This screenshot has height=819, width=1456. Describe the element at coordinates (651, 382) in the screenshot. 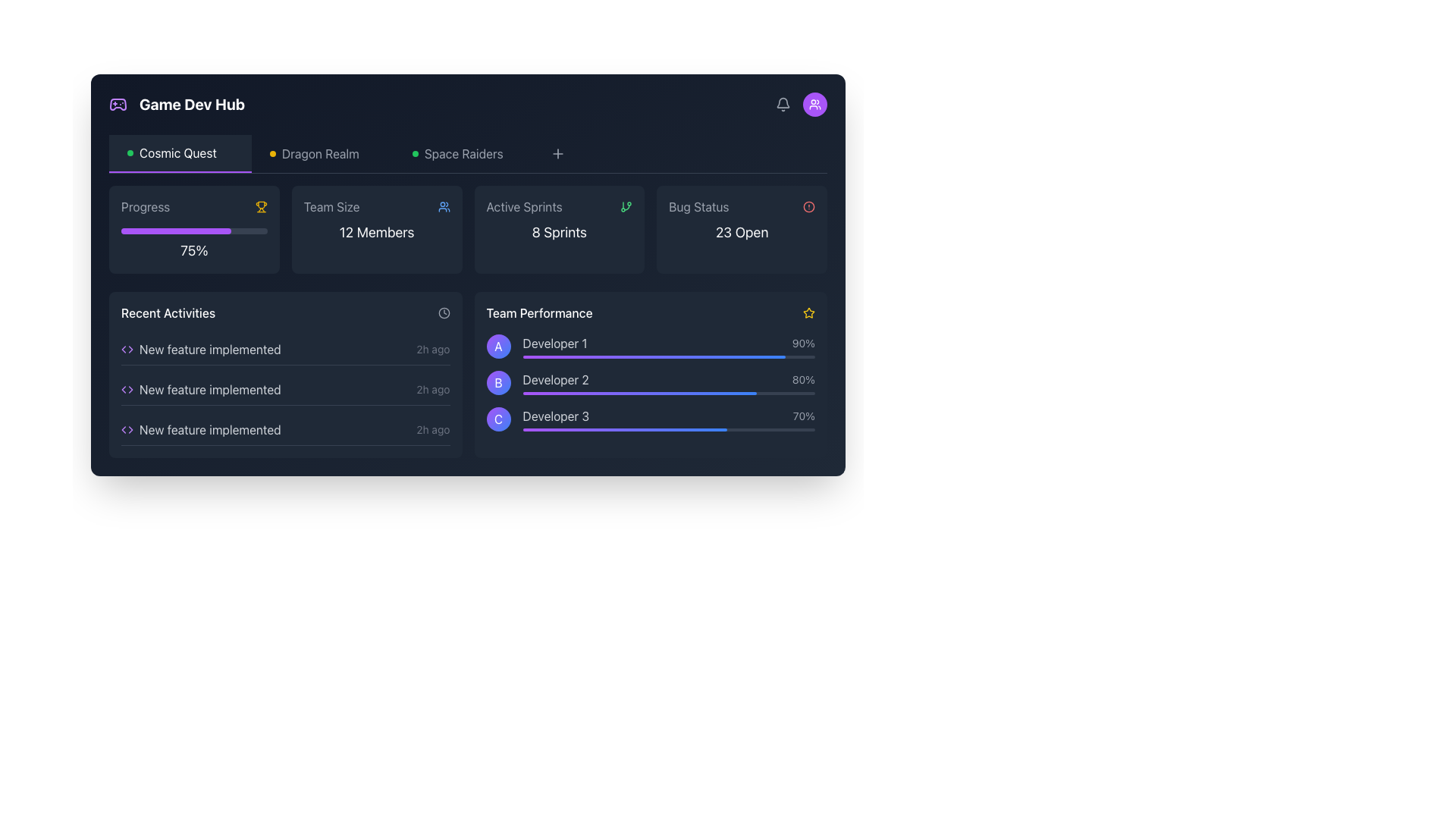

I see `the performance indicator for Developer 2 in the Team Performance section` at that location.